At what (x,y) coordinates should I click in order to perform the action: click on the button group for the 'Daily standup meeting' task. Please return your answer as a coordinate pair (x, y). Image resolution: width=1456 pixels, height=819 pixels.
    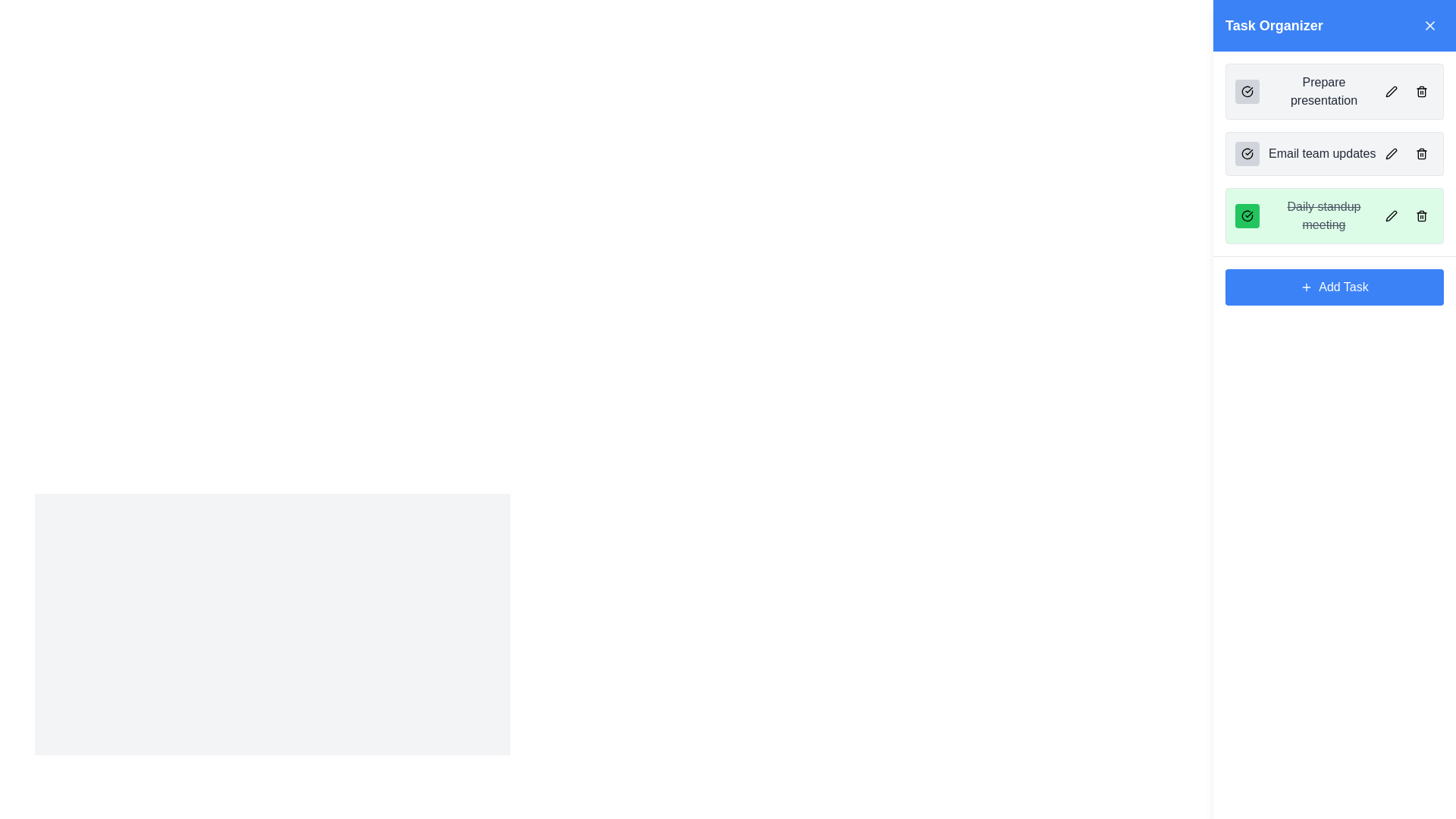
    Looking at the image, I should click on (1405, 216).